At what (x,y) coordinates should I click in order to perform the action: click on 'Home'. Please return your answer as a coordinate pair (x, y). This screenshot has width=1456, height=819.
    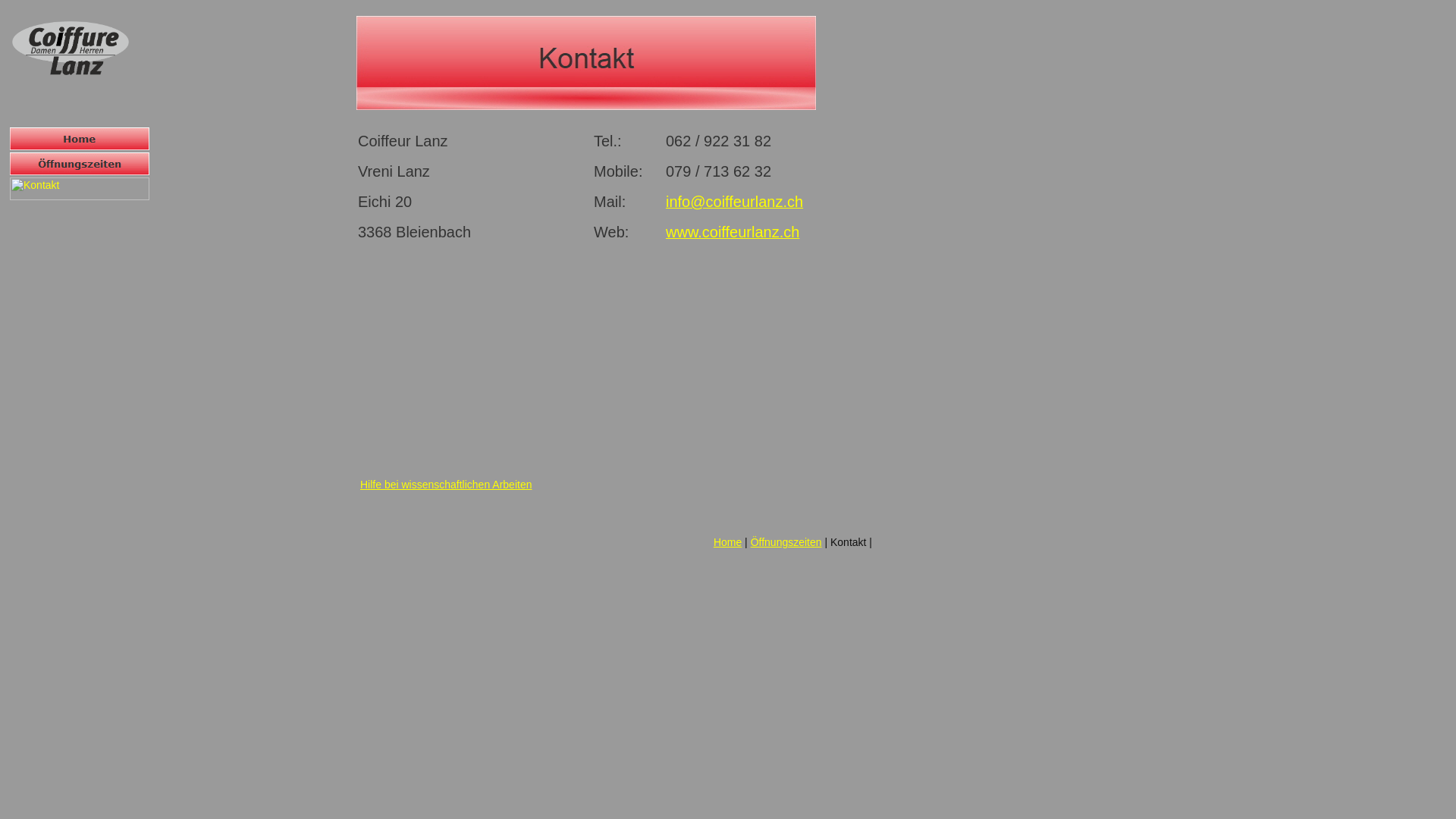
    Looking at the image, I should click on (712, 541).